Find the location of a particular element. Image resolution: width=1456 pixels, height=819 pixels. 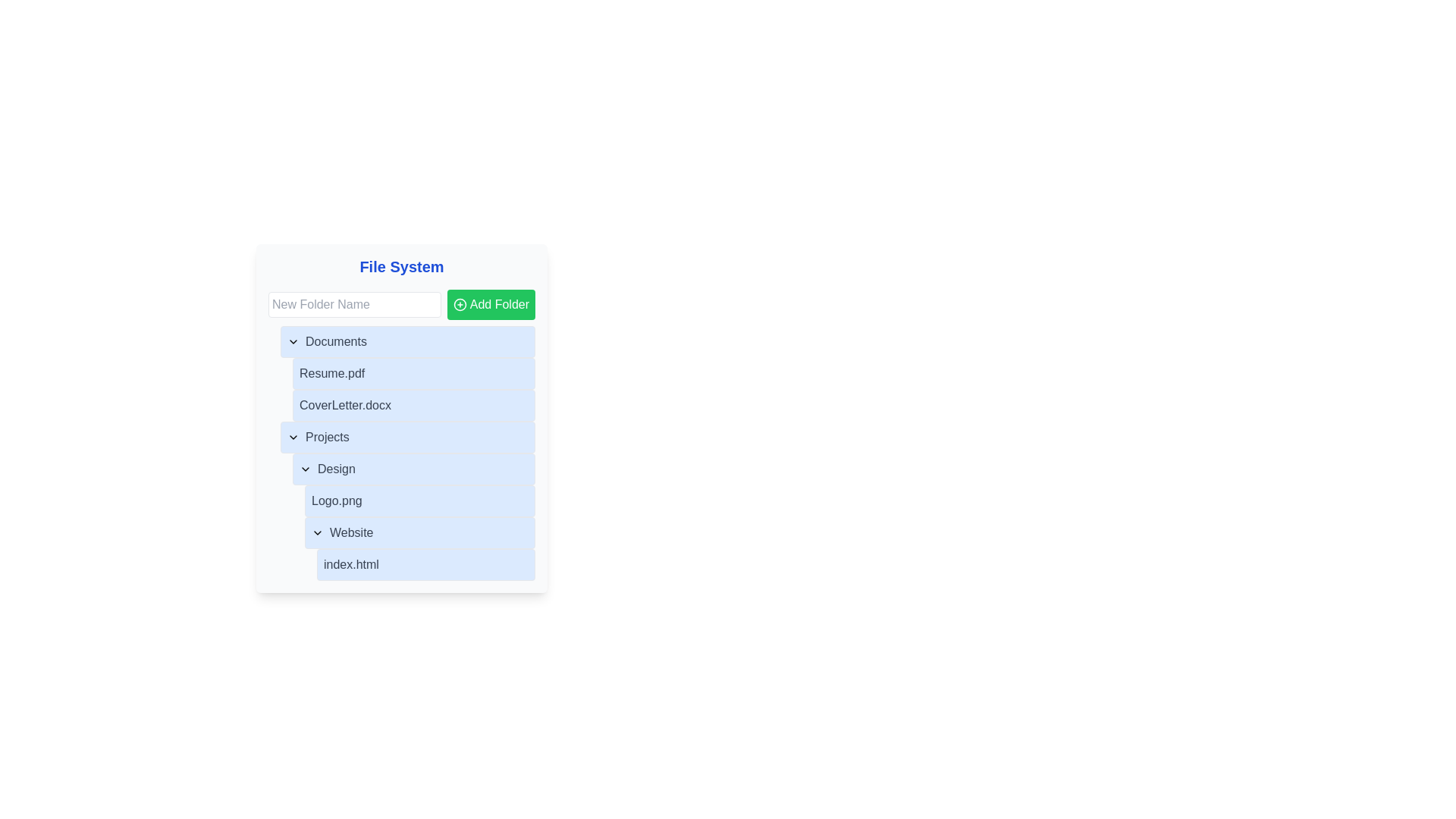

the static text label representing the 'Logo.png' file located within the 'Design' folder in the 'Projects' section of the file manager interface is located at coordinates (336, 500).